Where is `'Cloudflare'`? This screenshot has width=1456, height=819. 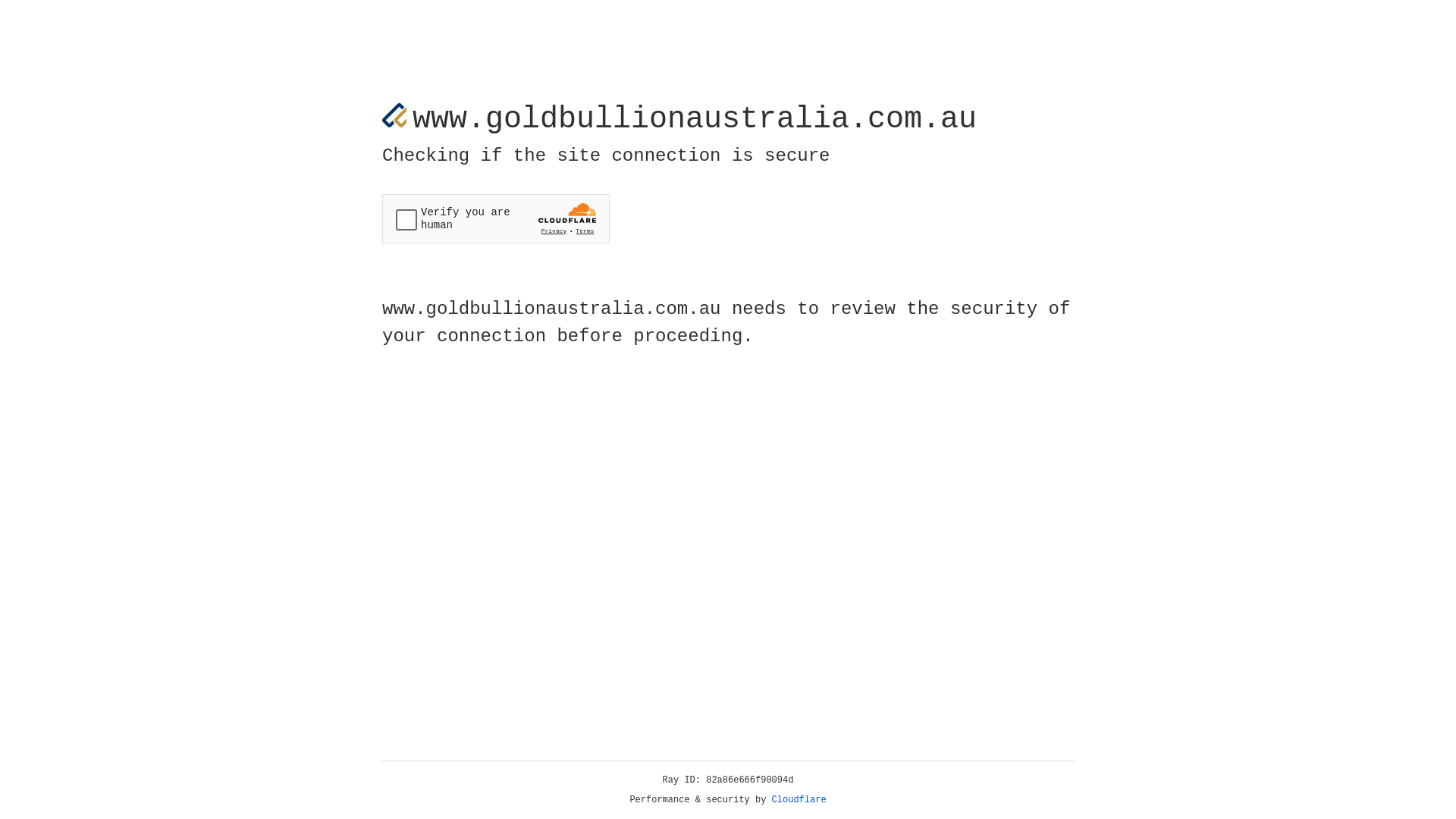
'Cloudflare' is located at coordinates (799, 799).